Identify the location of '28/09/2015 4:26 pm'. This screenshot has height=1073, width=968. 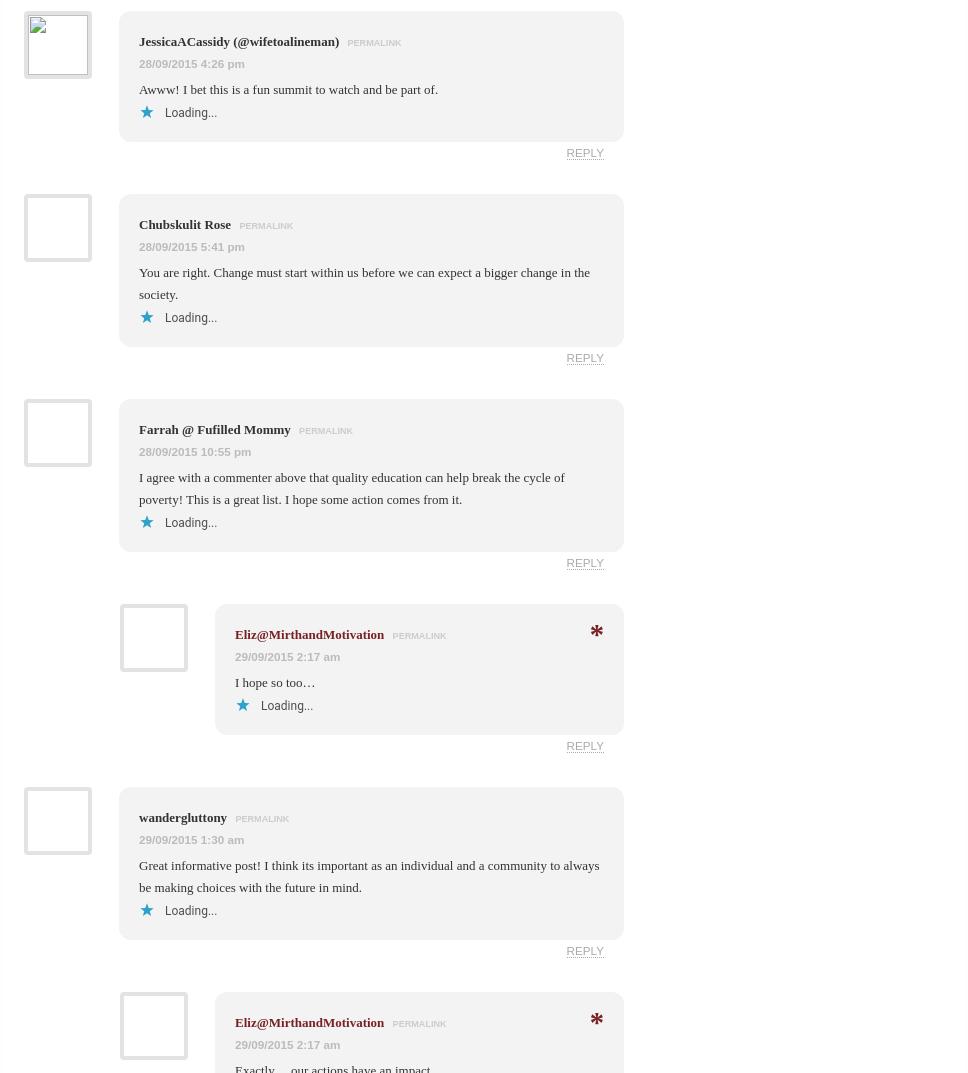
(191, 62).